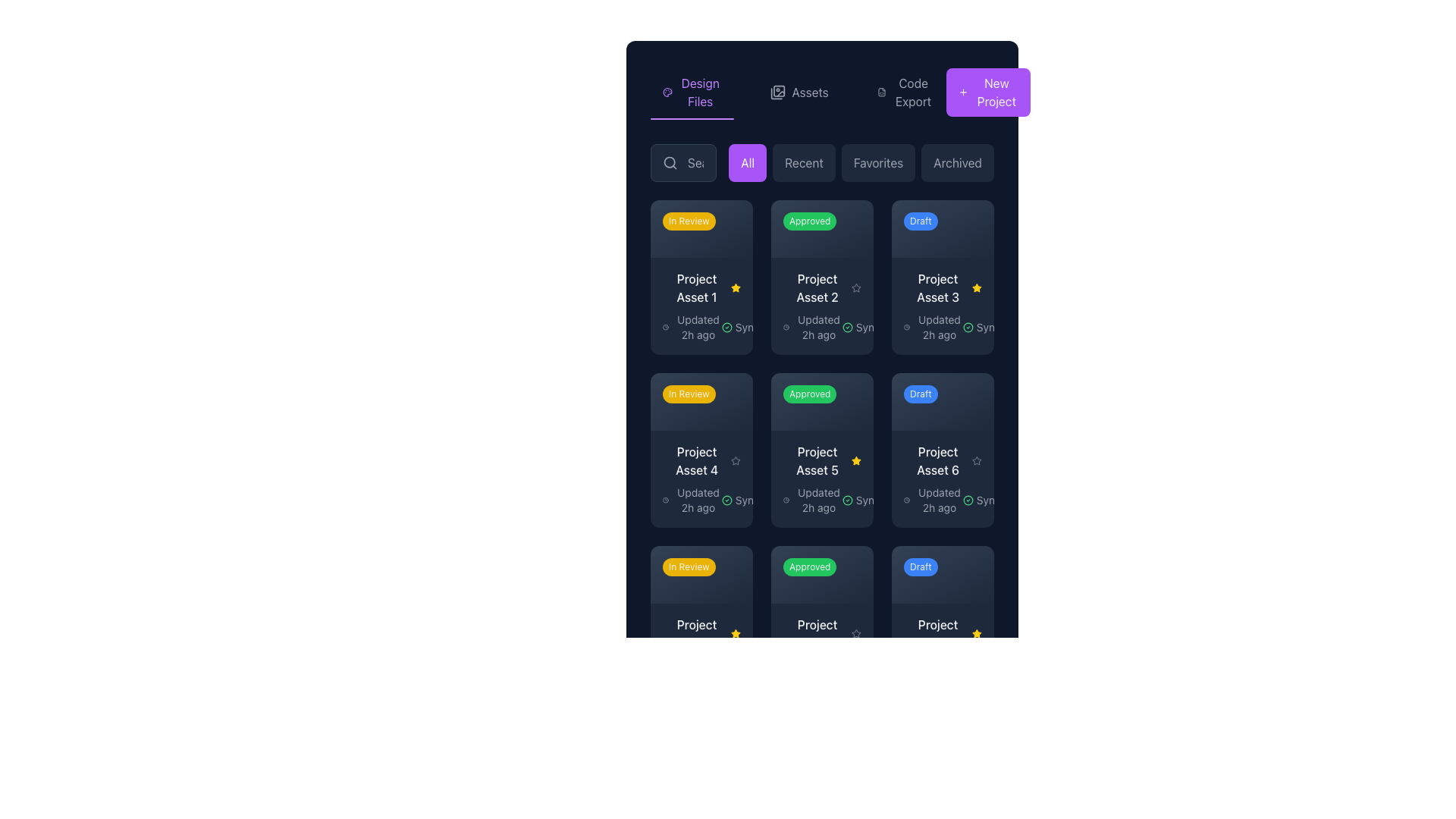  What do you see at coordinates (696, 460) in the screenshot?
I see `the Text label displaying 'Project Asset 4' located in the second card of the left column of the grid layout` at bounding box center [696, 460].